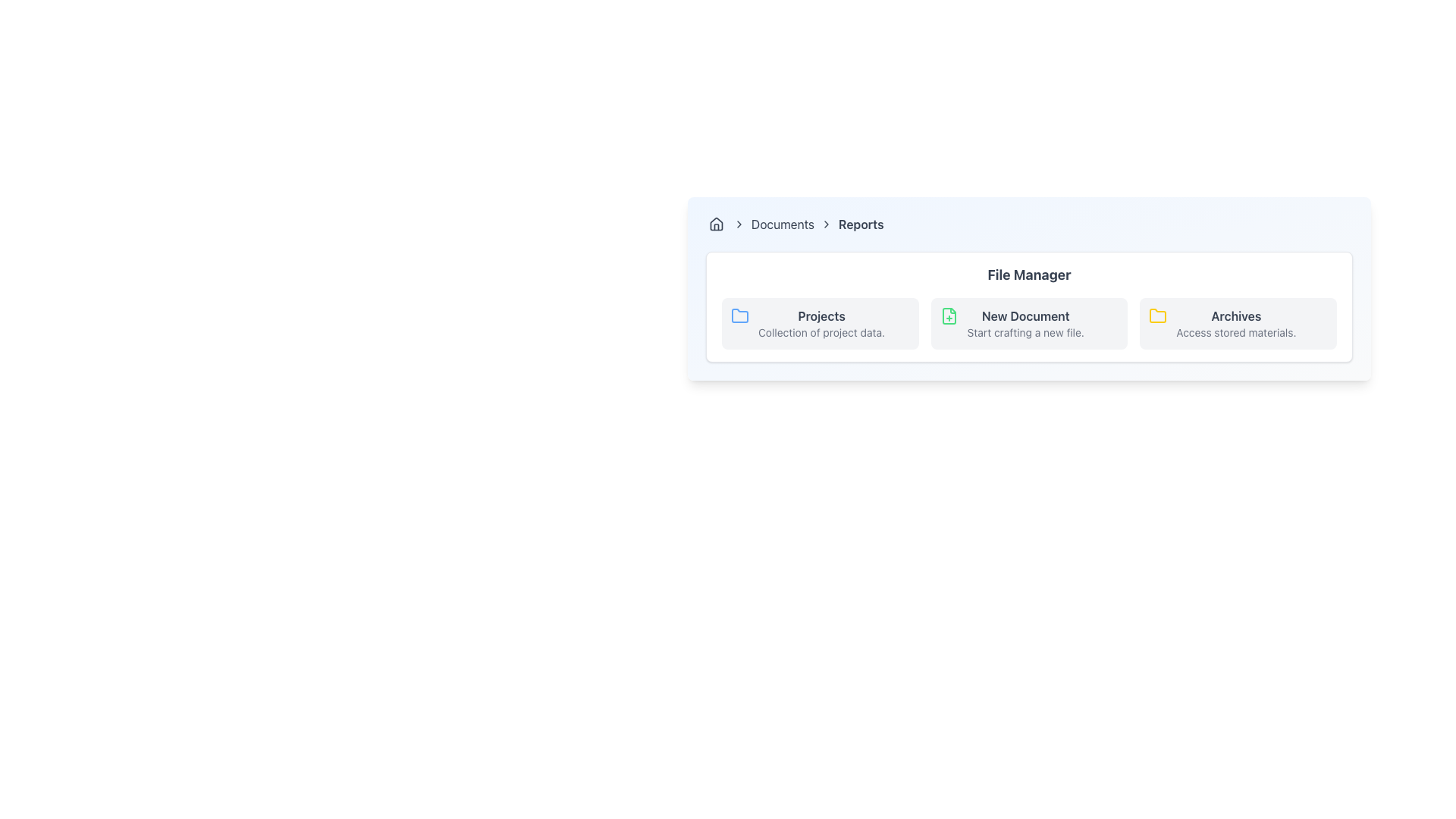 Image resolution: width=1456 pixels, height=819 pixels. Describe the element at coordinates (1236, 315) in the screenshot. I see `the 'Archives' text label in the File Manager section to interact with related functionalities` at that location.